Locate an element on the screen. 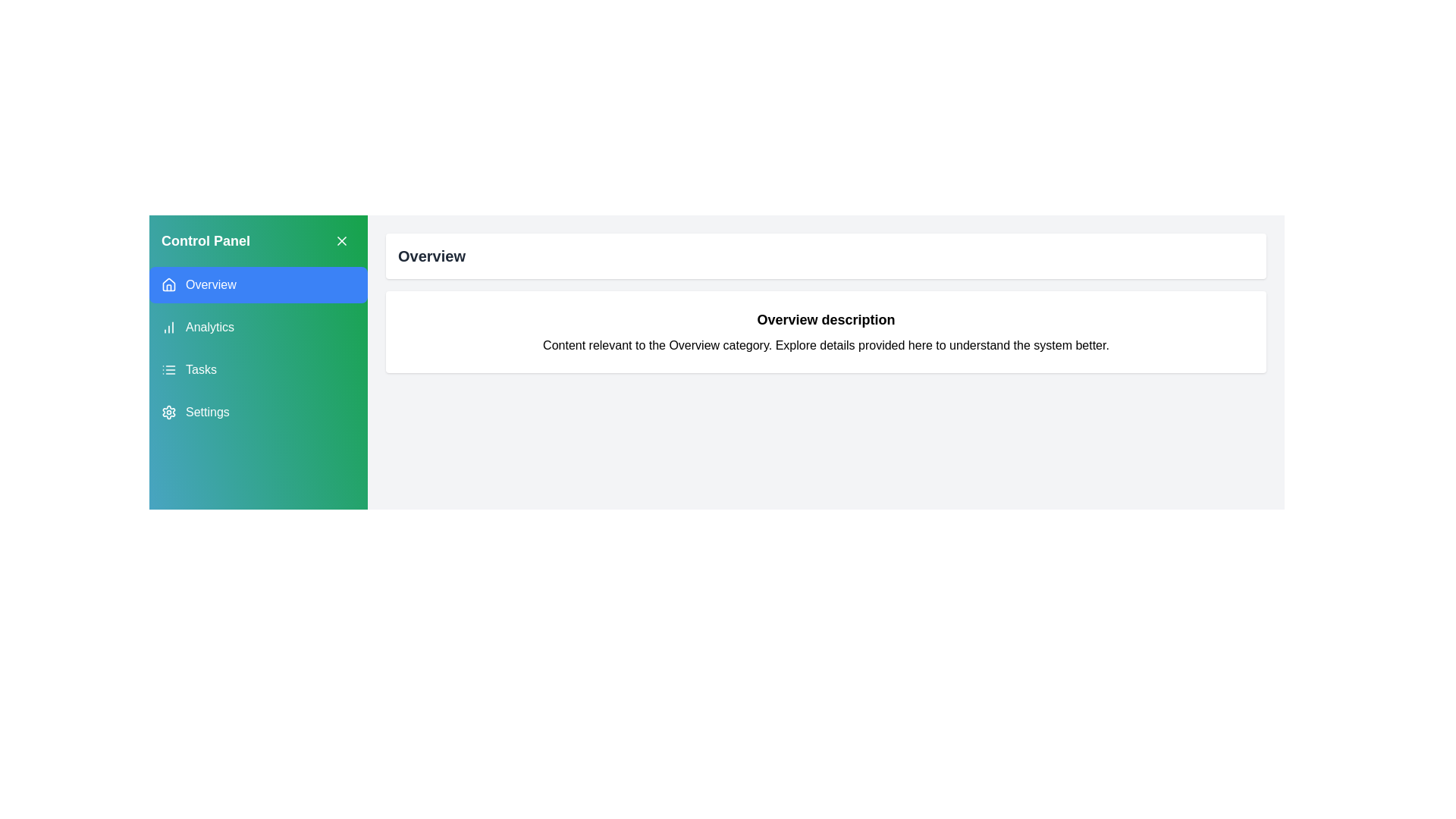 The width and height of the screenshot is (1456, 819). the category Overview in the drawer menu is located at coordinates (258, 284).